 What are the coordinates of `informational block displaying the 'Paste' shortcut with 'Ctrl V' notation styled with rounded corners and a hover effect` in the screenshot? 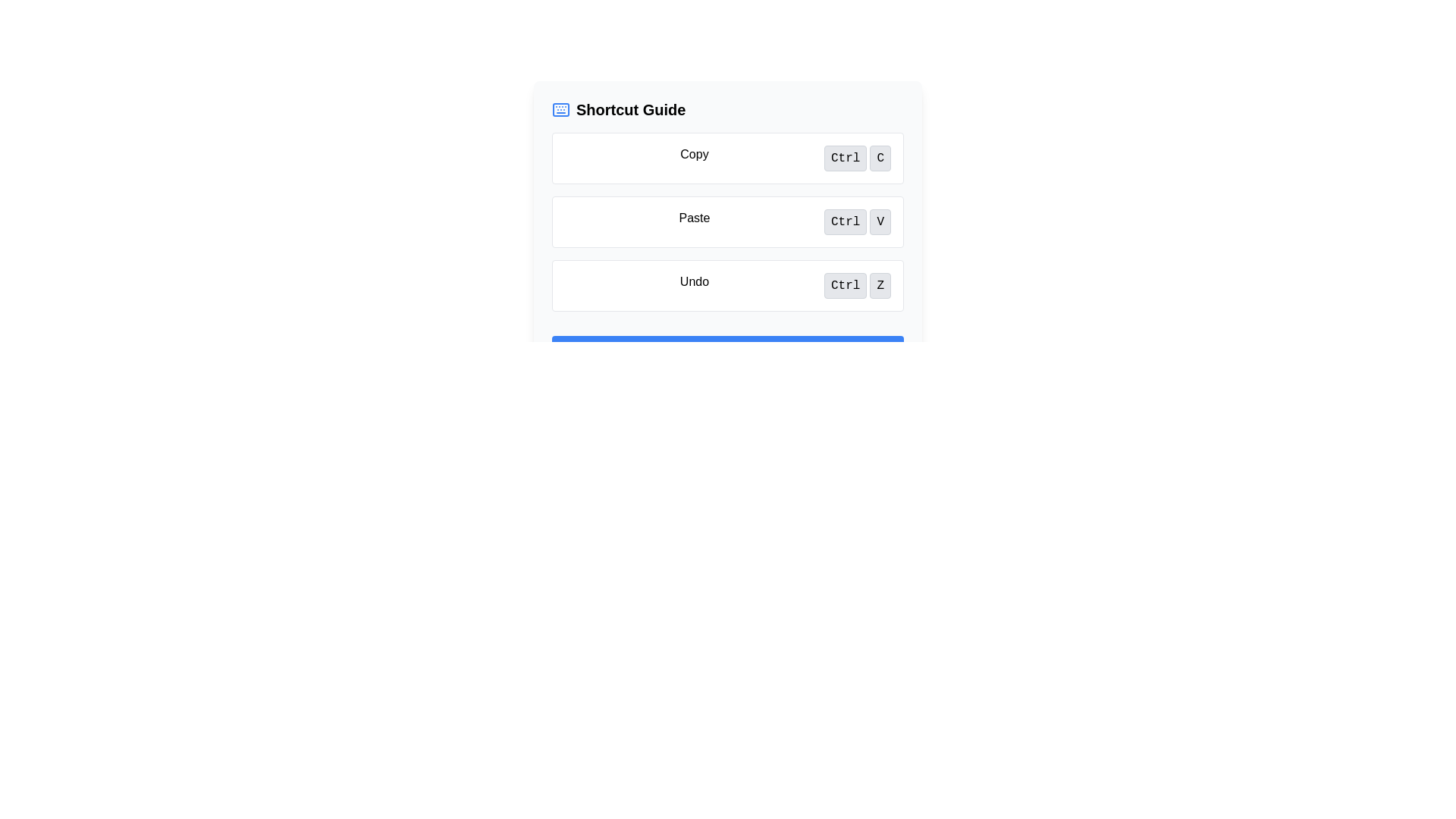 It's located at (728, 222).